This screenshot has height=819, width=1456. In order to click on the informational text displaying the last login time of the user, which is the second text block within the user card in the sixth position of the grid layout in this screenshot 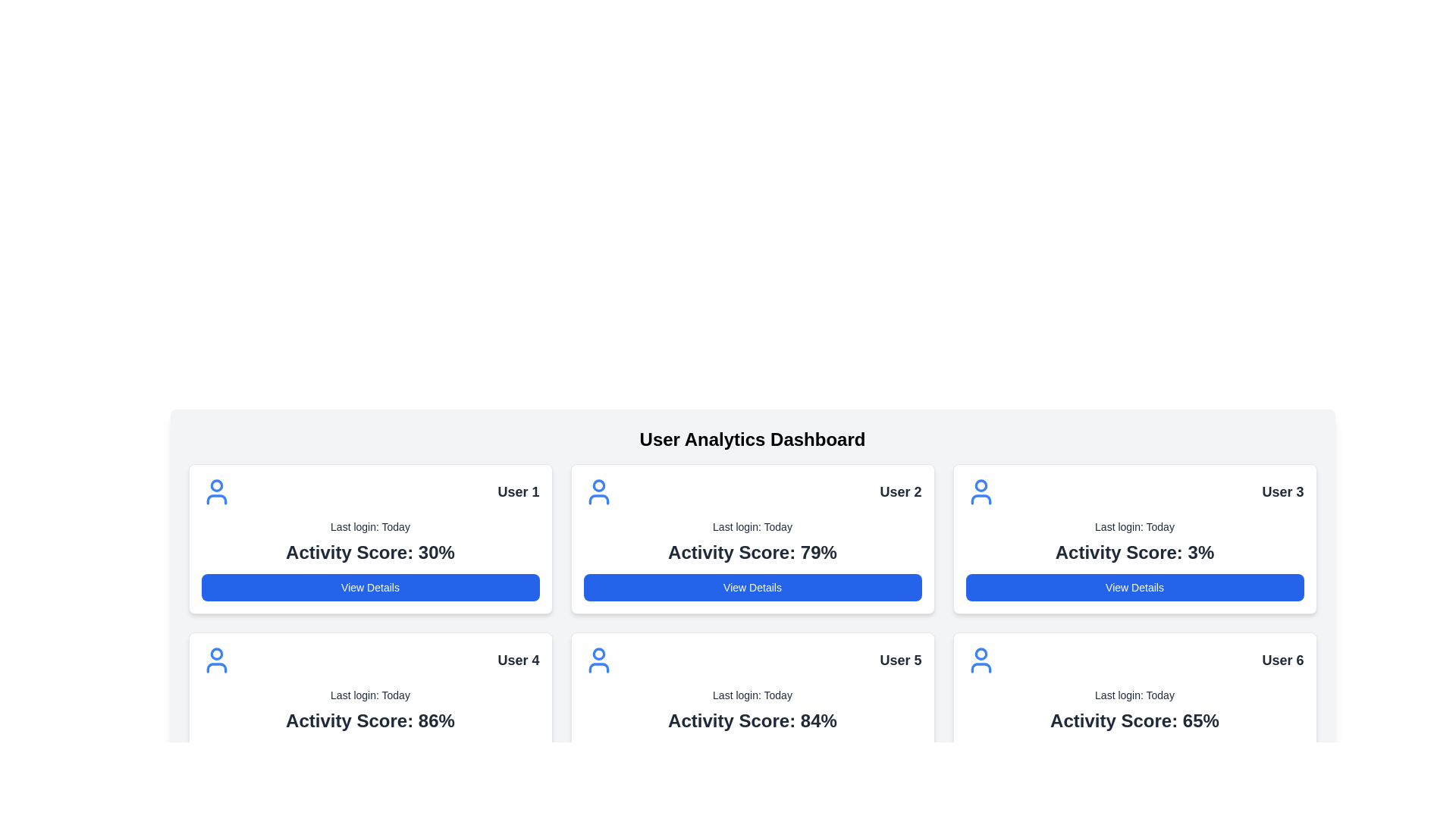, I will do `click(1134, 695)`.